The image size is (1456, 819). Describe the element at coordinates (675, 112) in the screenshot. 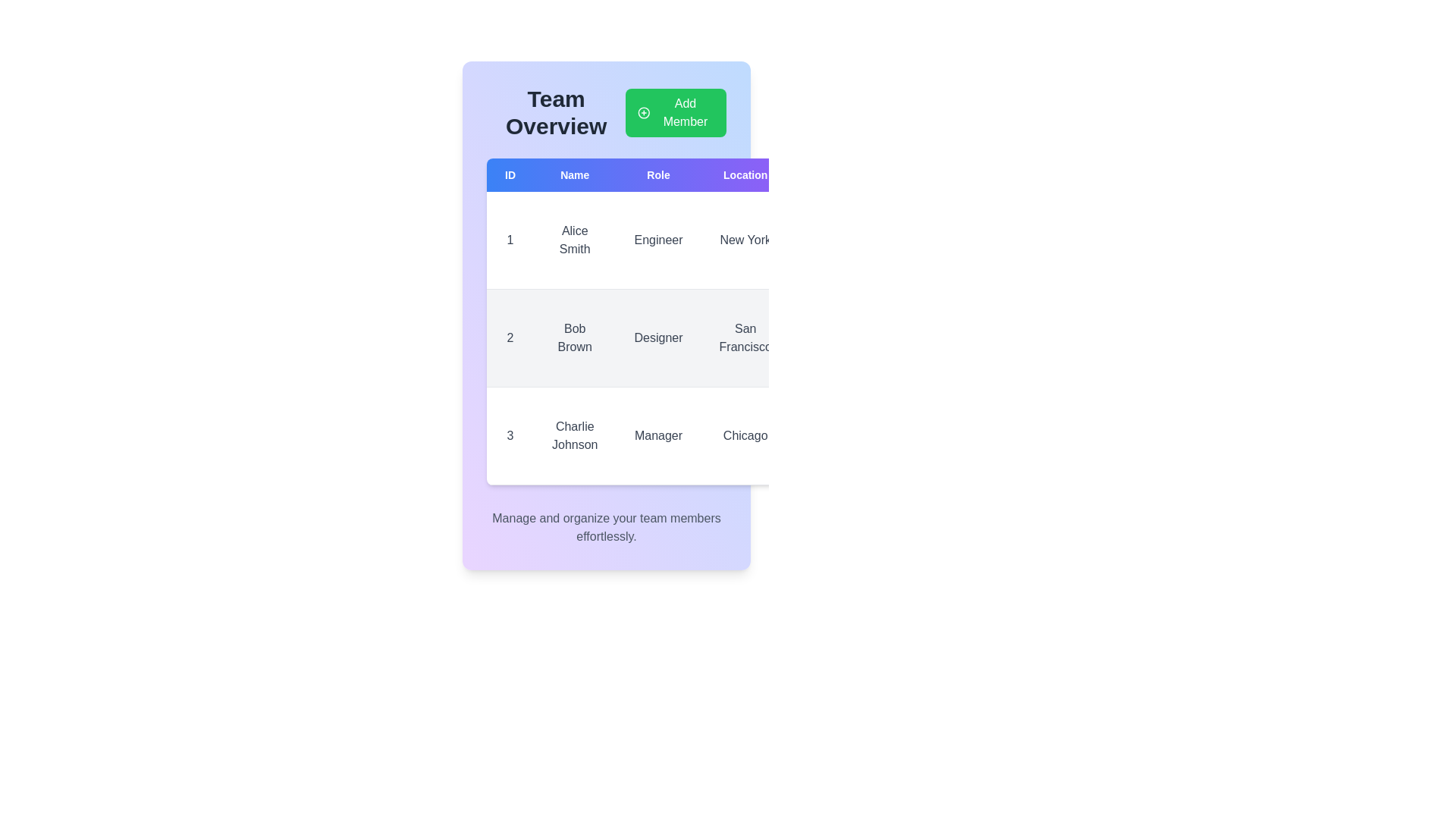

I see `the button in the upper-right corner of the 'Team Overview' section` at that location.